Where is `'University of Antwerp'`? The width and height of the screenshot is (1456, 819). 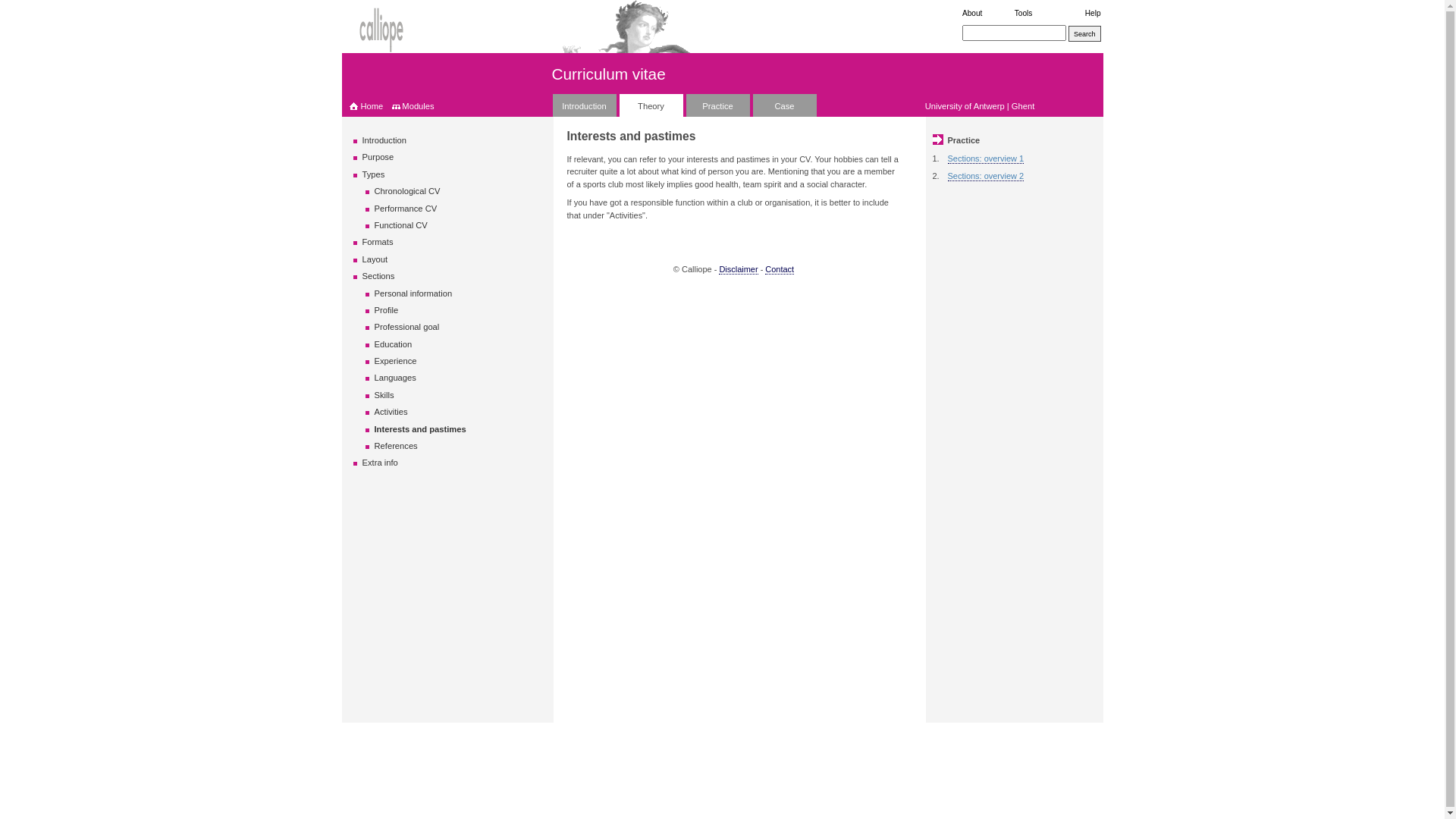 'University of Antwerp' is located at coordinates (964, 105).